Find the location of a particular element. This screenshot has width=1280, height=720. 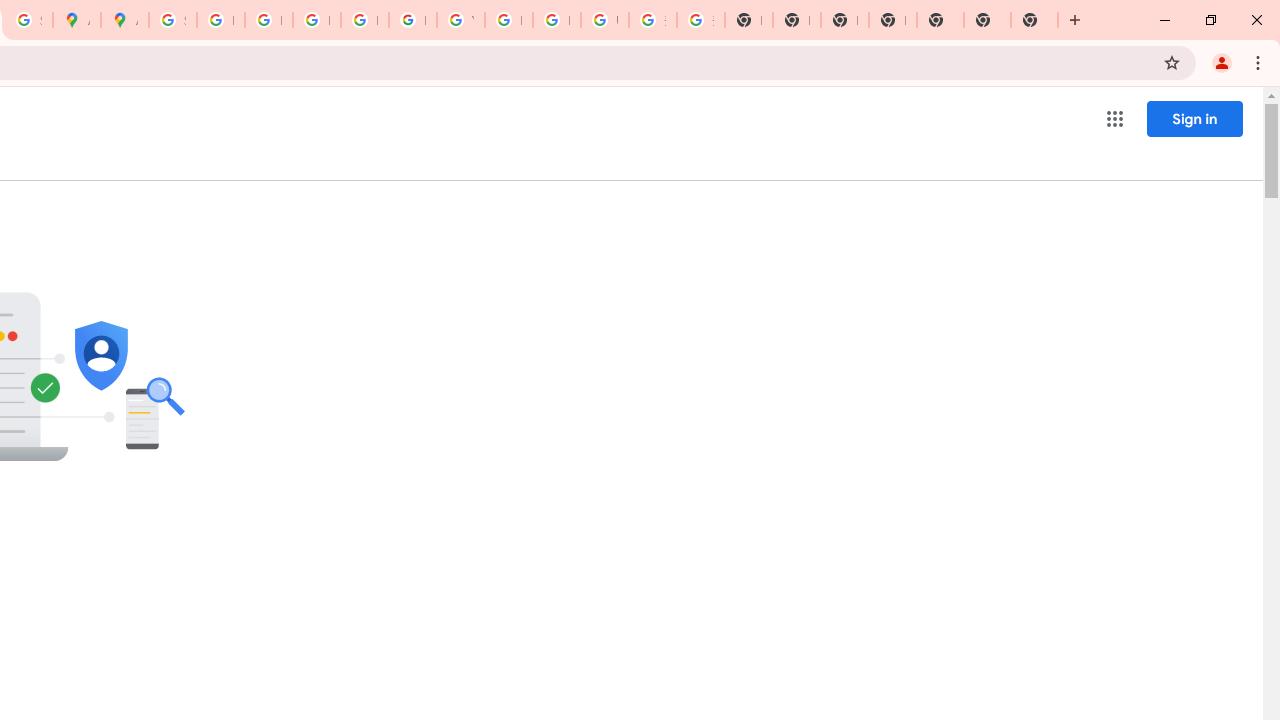

'New Tab' is located at coordinates (987, 20).